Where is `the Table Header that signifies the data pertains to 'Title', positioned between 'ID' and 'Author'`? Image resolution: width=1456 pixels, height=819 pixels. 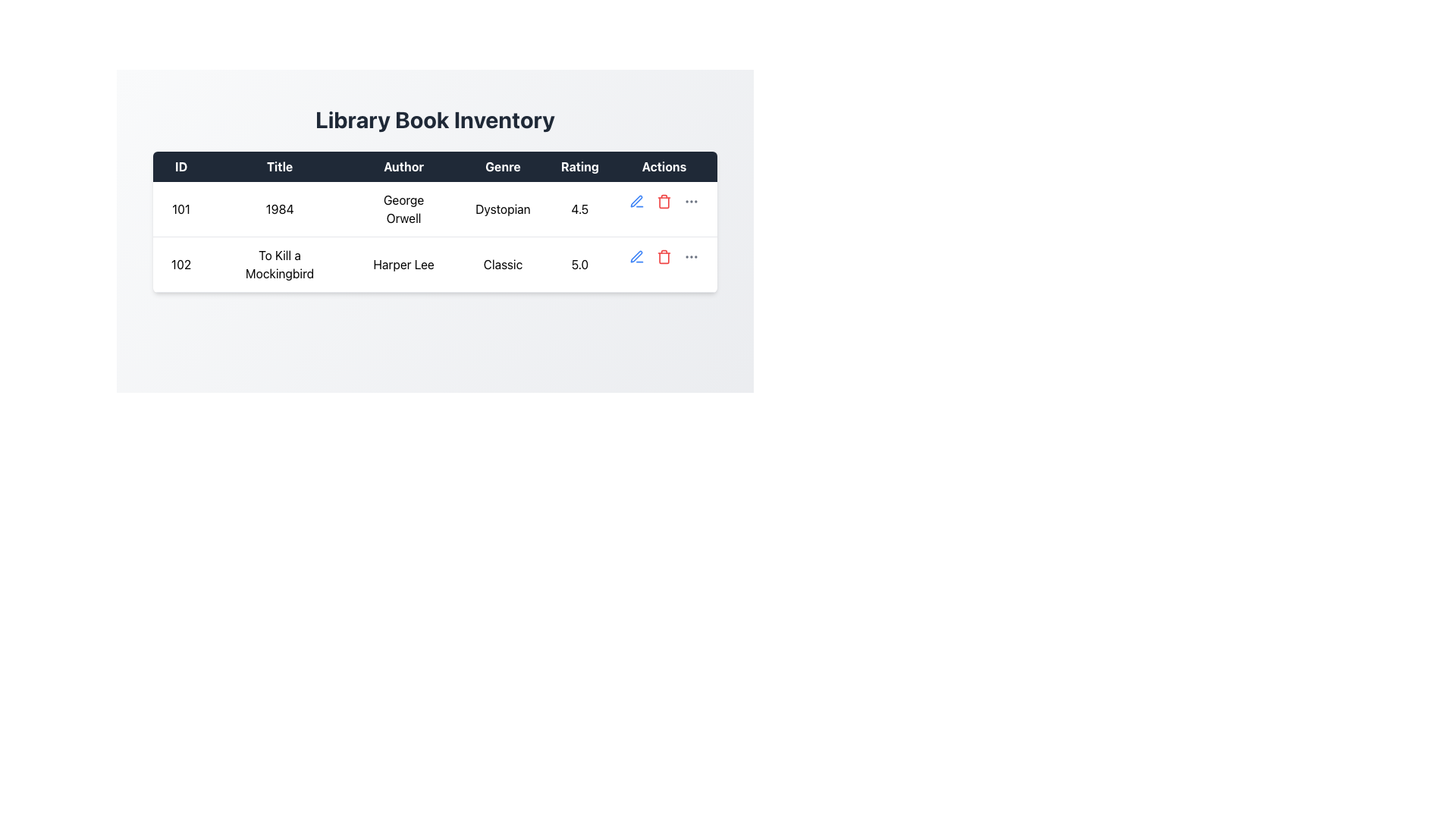
the Table Header that signifies the data pertains to 'Title', positioned between 'ID' and 'Author' is located at coordinates (280, 166).